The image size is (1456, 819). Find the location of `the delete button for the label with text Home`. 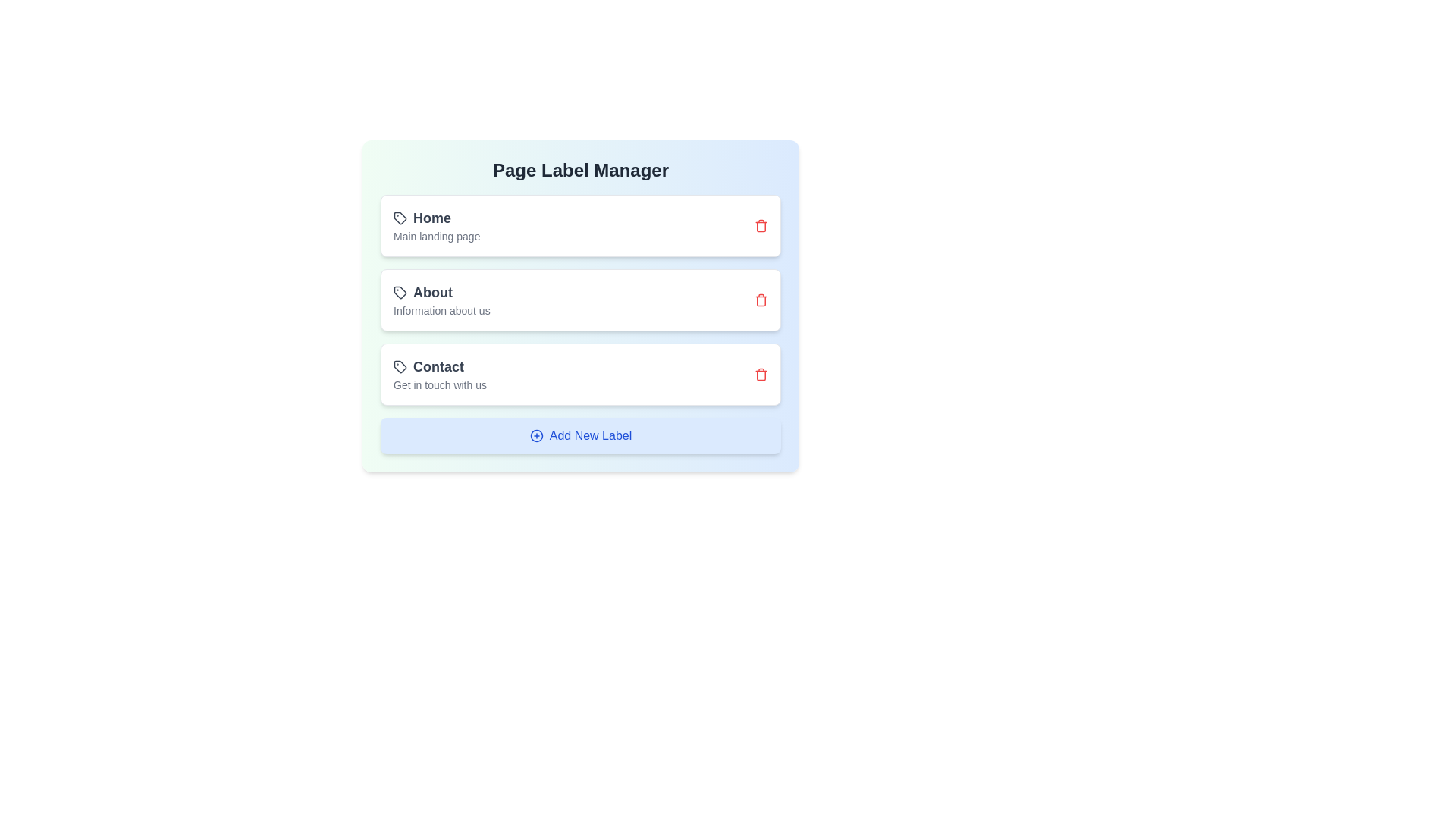

the delete button for the label with text Home is located at coordinates (761, 225).